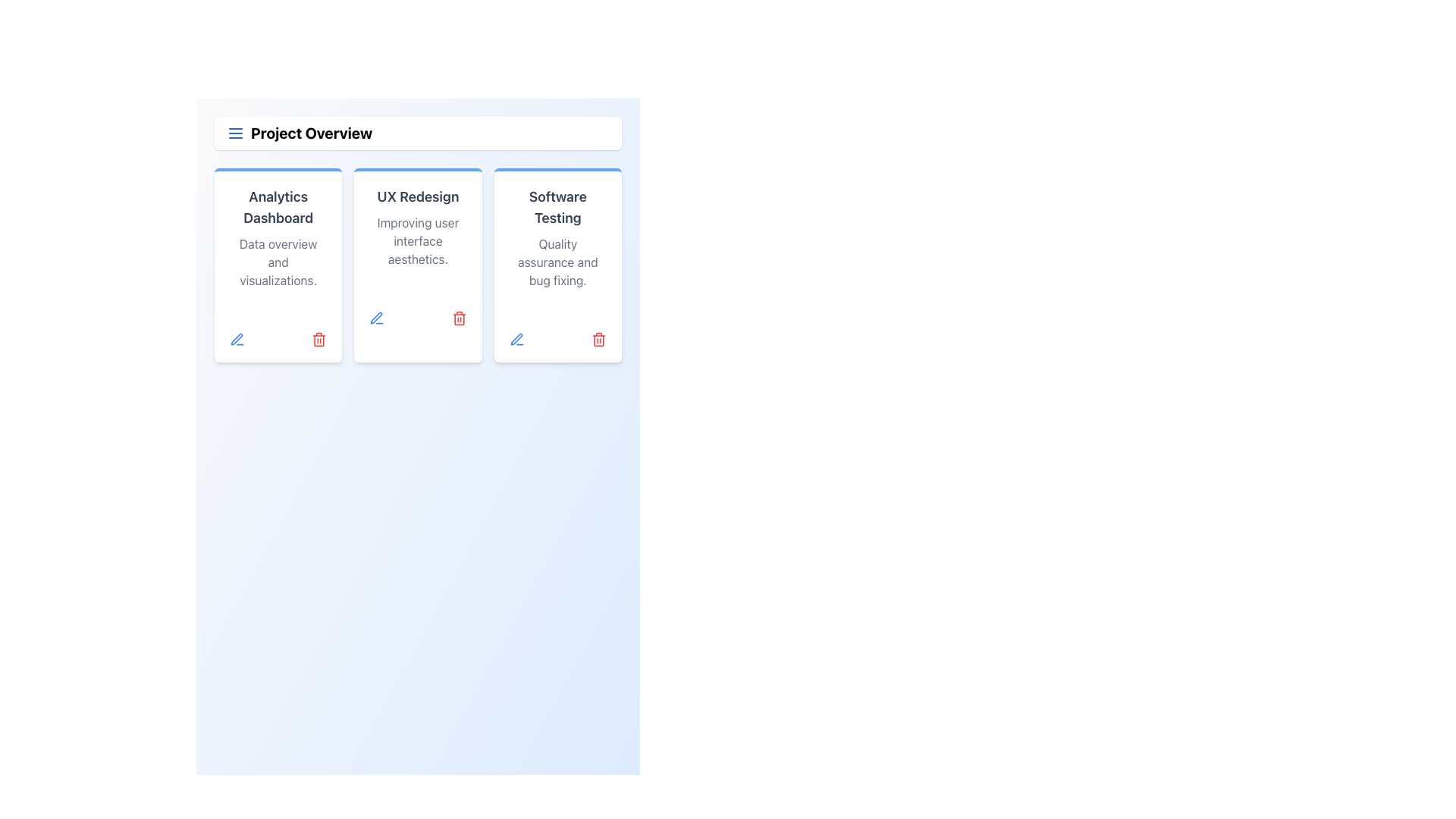 The image size is (1456, 819). What do you see at coordinates (458, 318) in the screenshot?
I see `the red trash bin icon button for deletion functionality located in the lower-right corner of the 'UX Redesign' card` at bounding box center [458, 318].